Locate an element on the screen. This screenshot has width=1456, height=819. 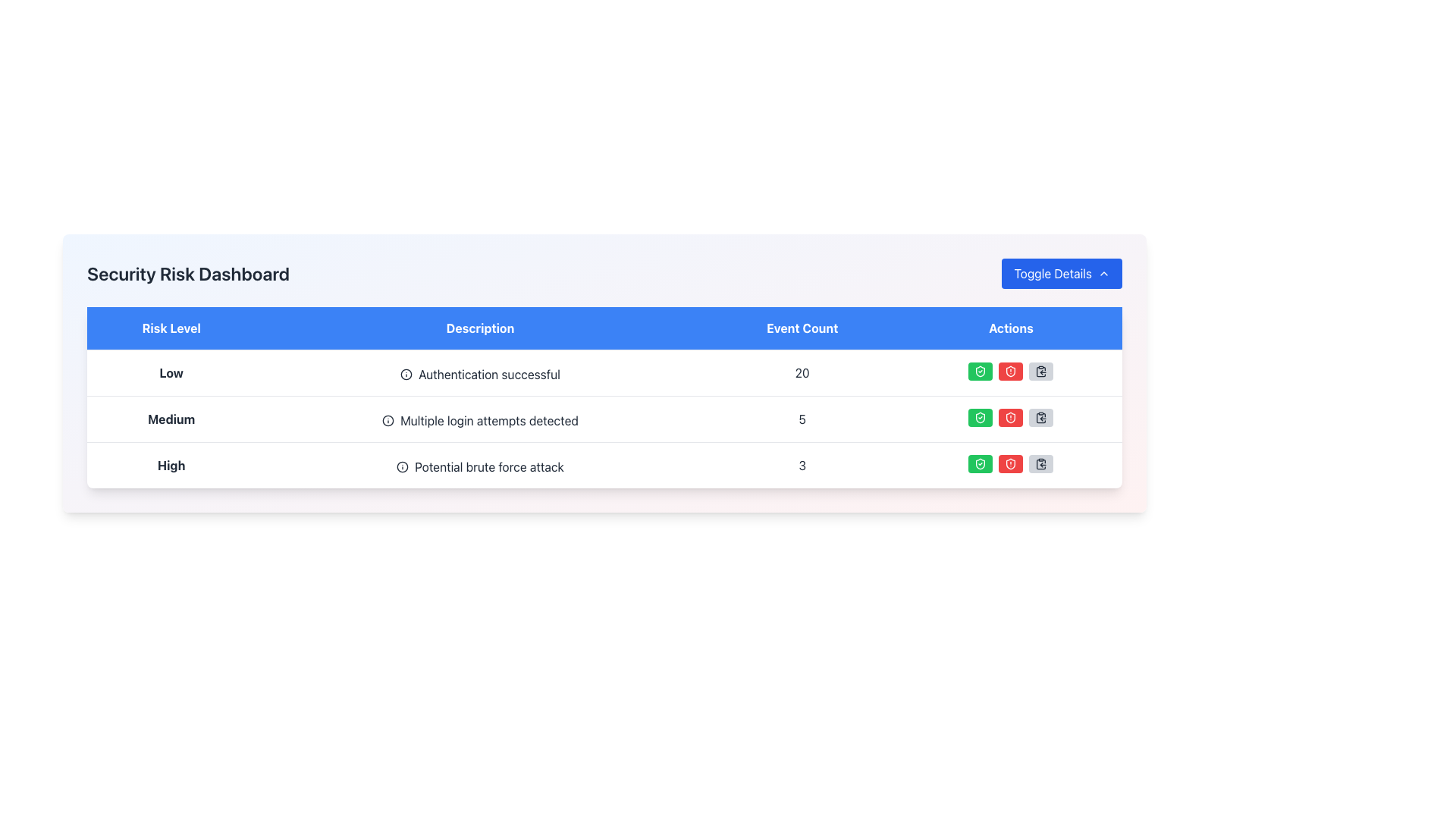
the rounded rectangular button with a clipboard icon located in the third row under the 'Actions' column is located at coordinates (1040, 418).